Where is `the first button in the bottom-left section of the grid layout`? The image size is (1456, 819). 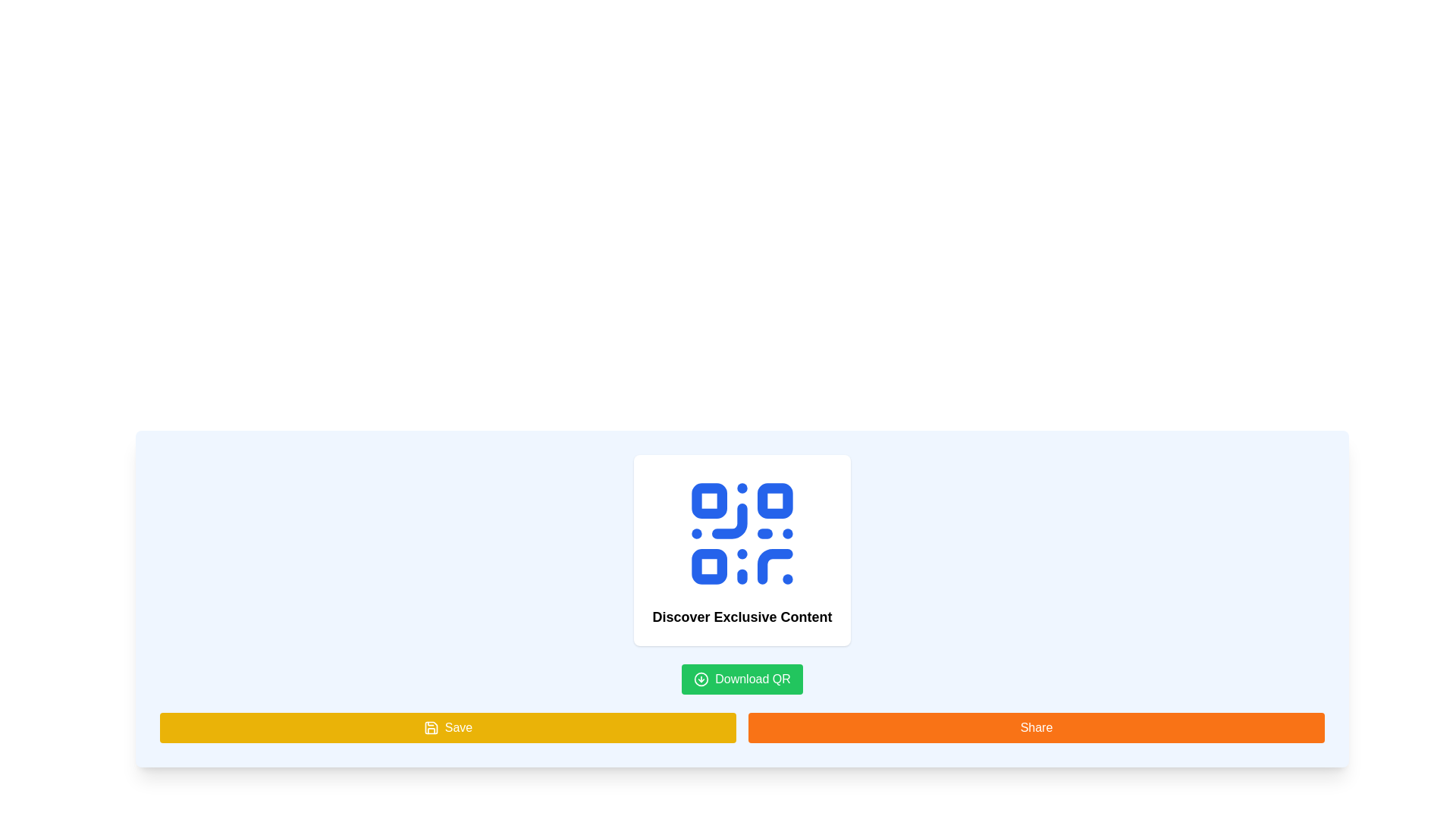
the first button in the bottom-left section of the grid layout is located at coordinates (447, 727).